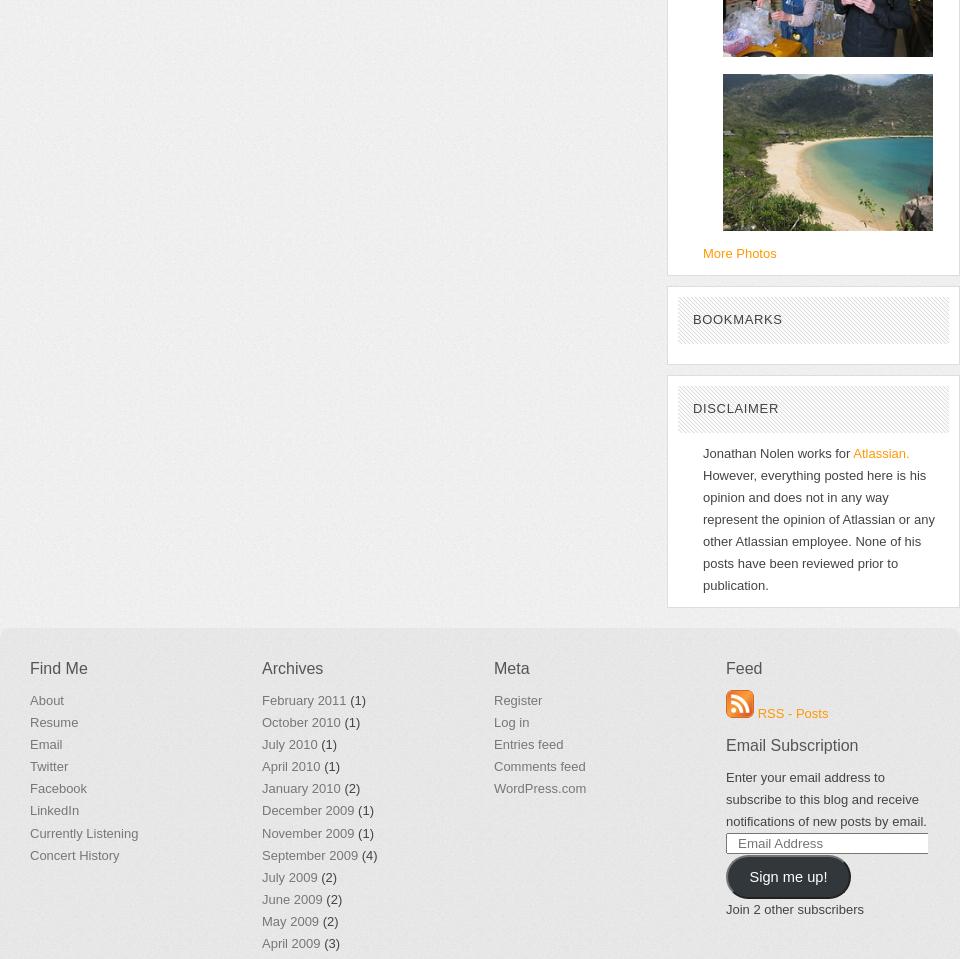 This screenshot has width=960, height=959. What do you see at coordinates (289, 920) in the screenshot?
I see `'May 2009'` at bounding box center [289, 920].